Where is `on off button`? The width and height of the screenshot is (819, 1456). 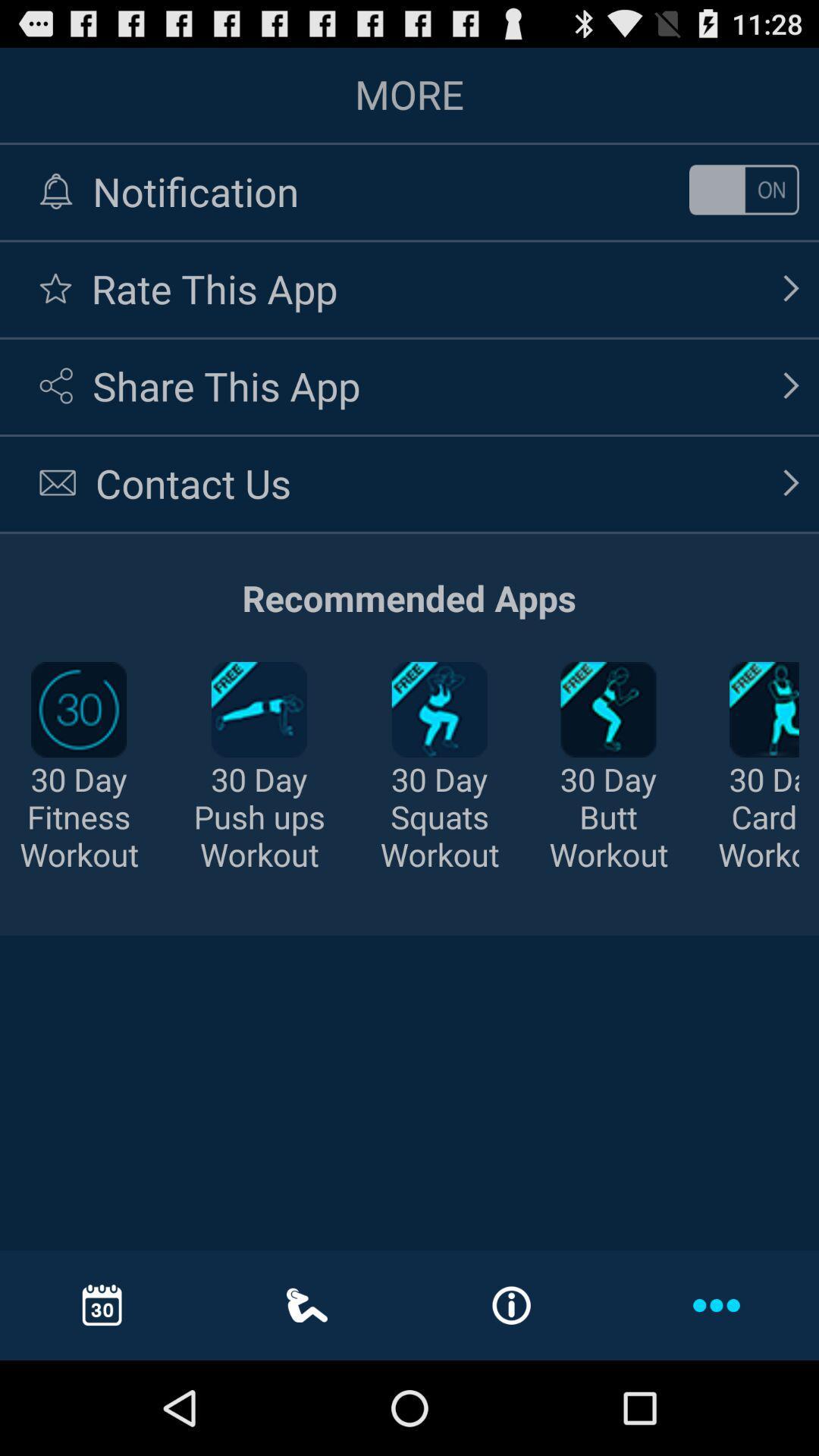 on off button is located at coordinates (743, 189).